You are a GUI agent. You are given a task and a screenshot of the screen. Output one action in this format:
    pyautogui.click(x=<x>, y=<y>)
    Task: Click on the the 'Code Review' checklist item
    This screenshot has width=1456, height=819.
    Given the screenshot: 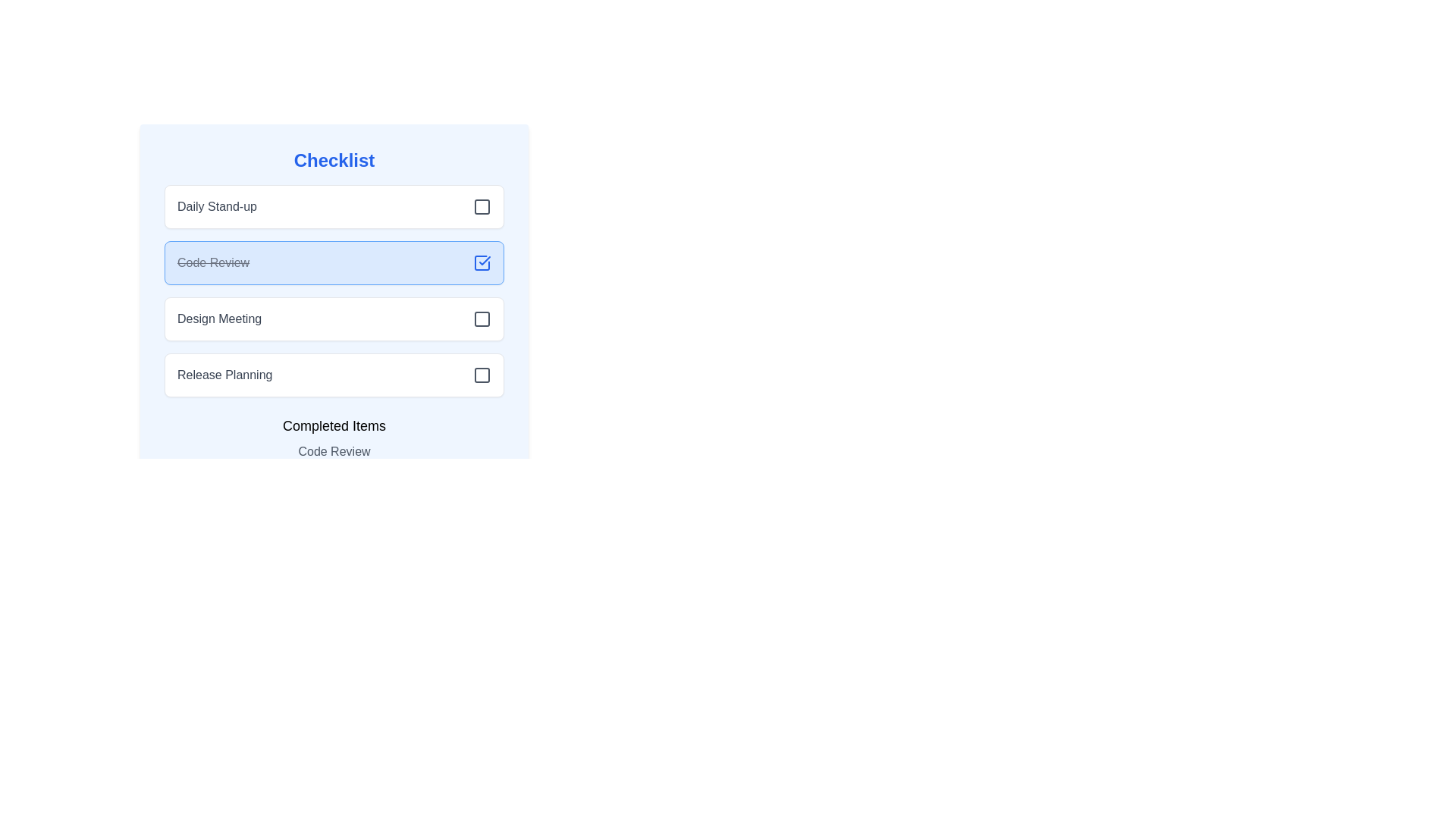 What is the action you would take?
    pyautogui.click(x=334, y=282)
    